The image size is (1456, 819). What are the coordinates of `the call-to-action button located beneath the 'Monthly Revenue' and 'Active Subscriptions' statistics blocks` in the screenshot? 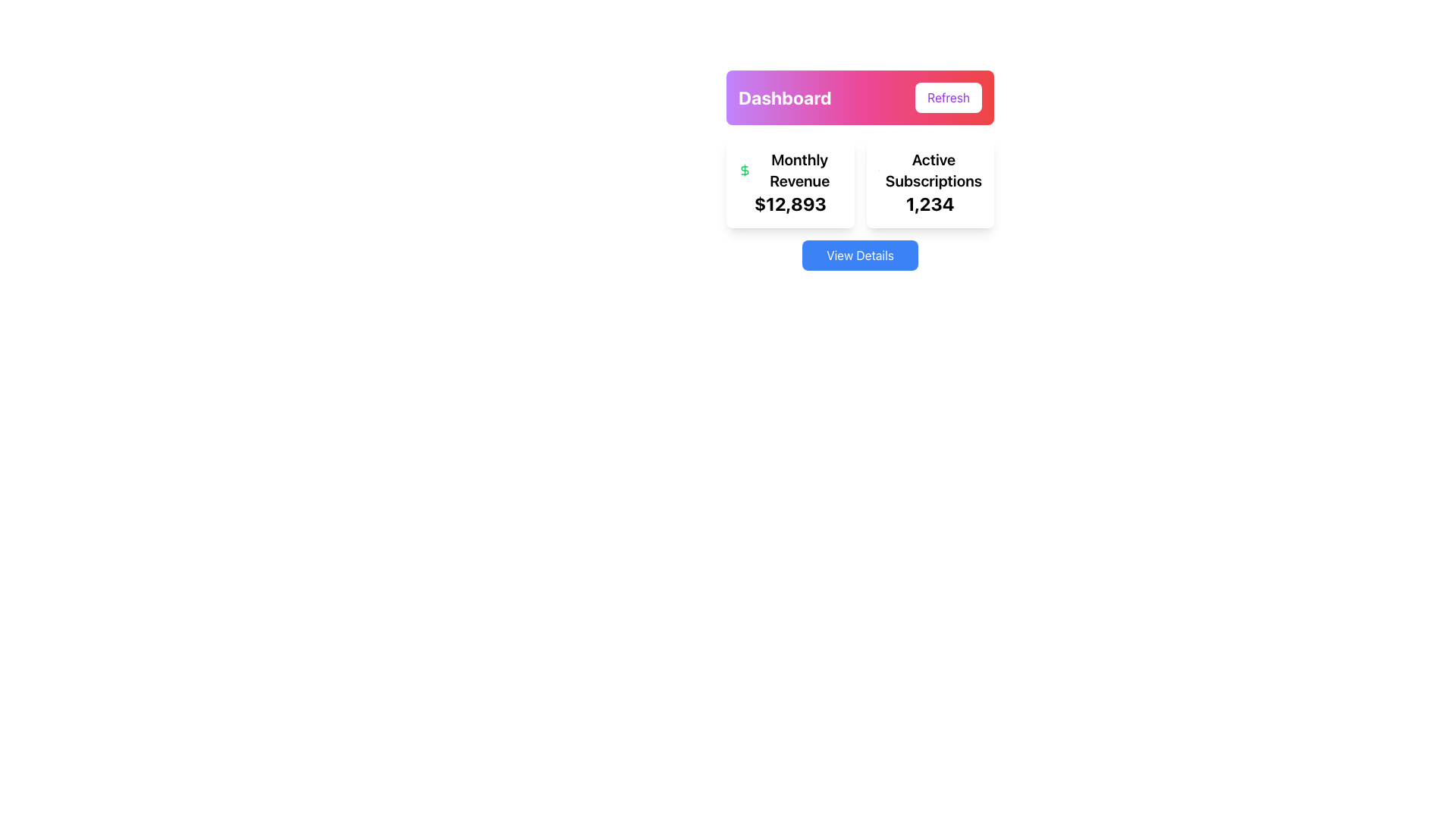 It's located at (860, 254).